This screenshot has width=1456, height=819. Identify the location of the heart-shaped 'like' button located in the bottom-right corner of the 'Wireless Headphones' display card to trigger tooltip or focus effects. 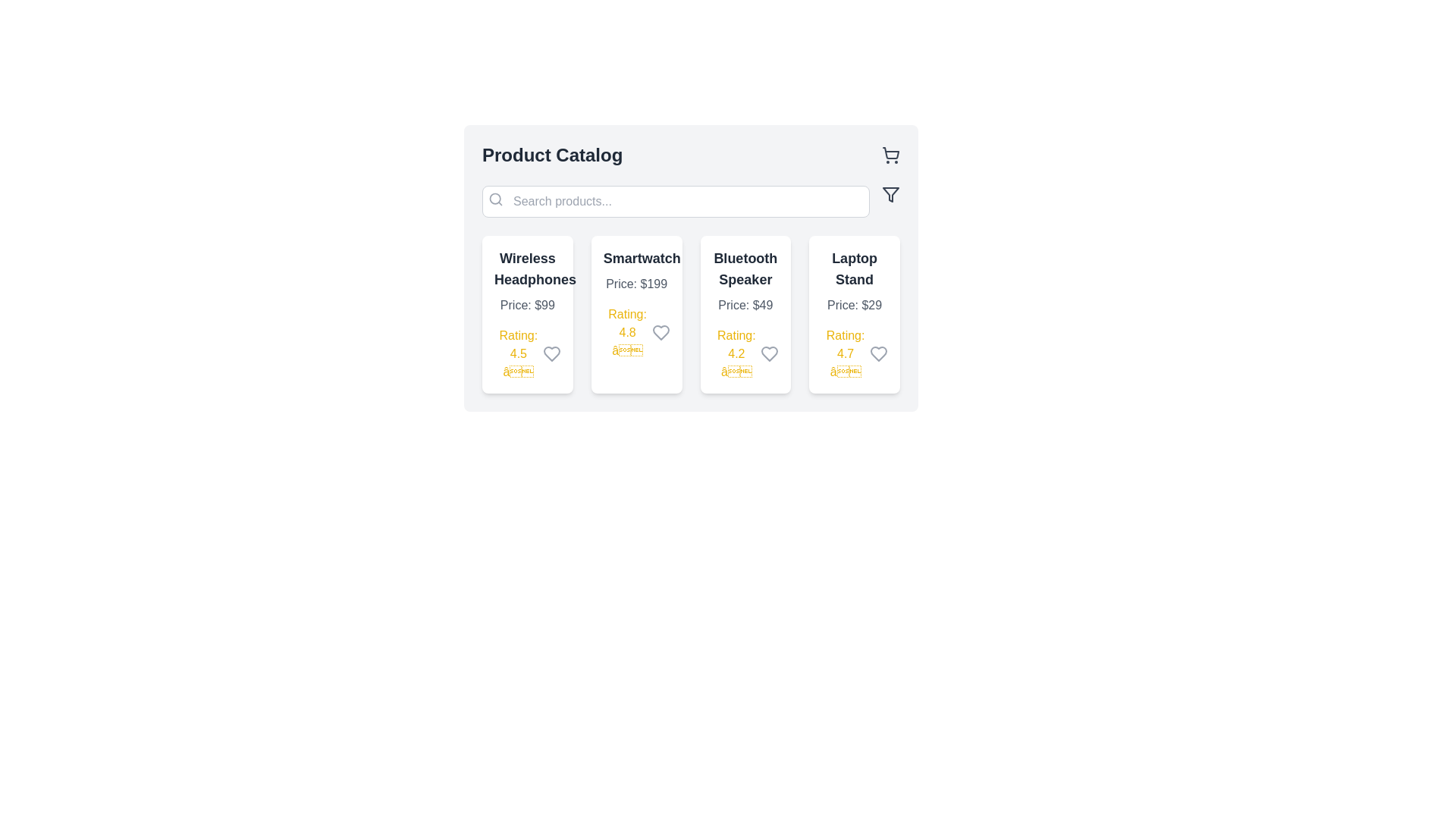
(551, 353).